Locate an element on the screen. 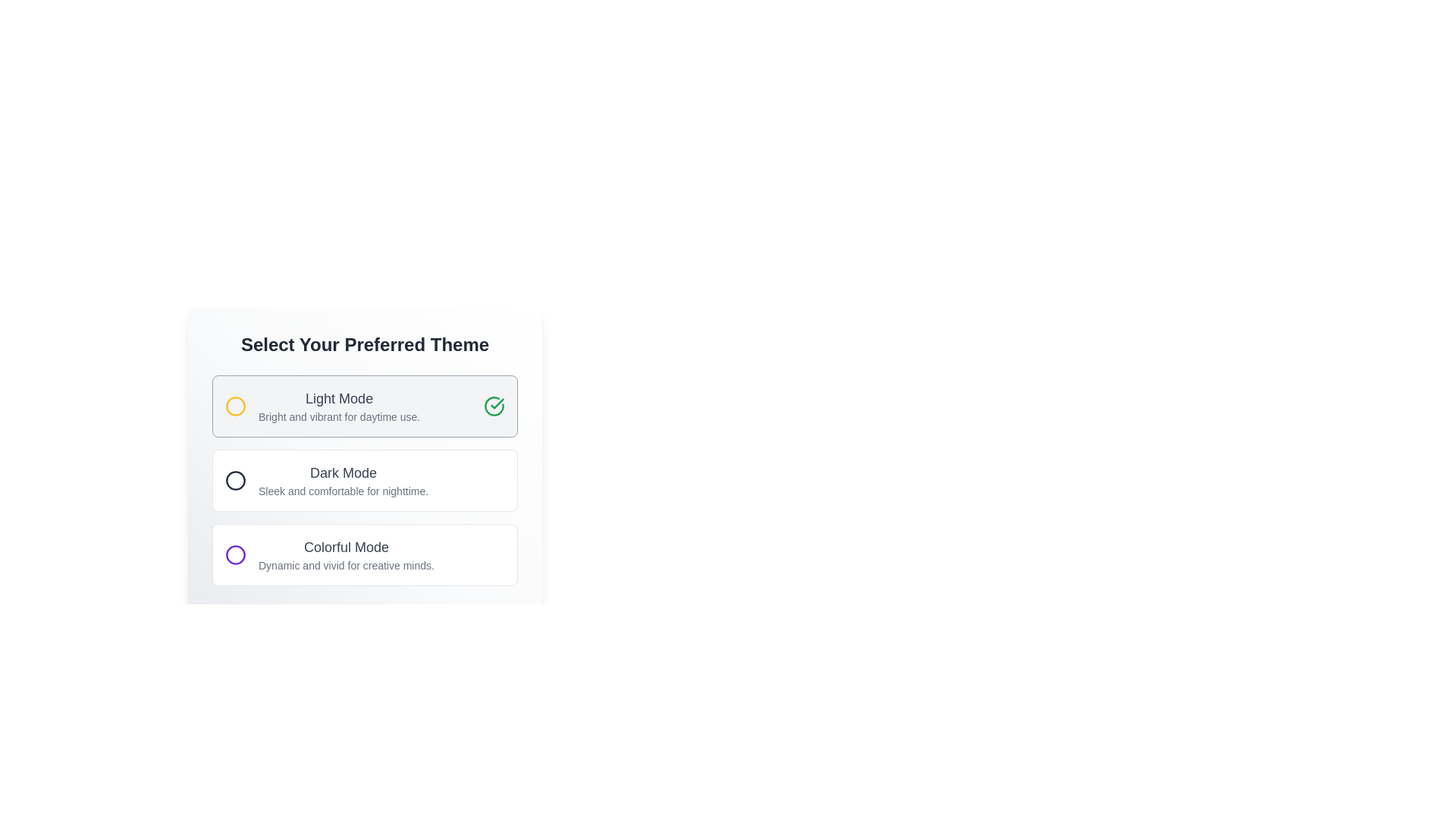 This screenshot has width=1456, height=819. the dark mode icon located to the left of the 'Dark Mode' text in the theme selection card is located at coordinates (235, 480).